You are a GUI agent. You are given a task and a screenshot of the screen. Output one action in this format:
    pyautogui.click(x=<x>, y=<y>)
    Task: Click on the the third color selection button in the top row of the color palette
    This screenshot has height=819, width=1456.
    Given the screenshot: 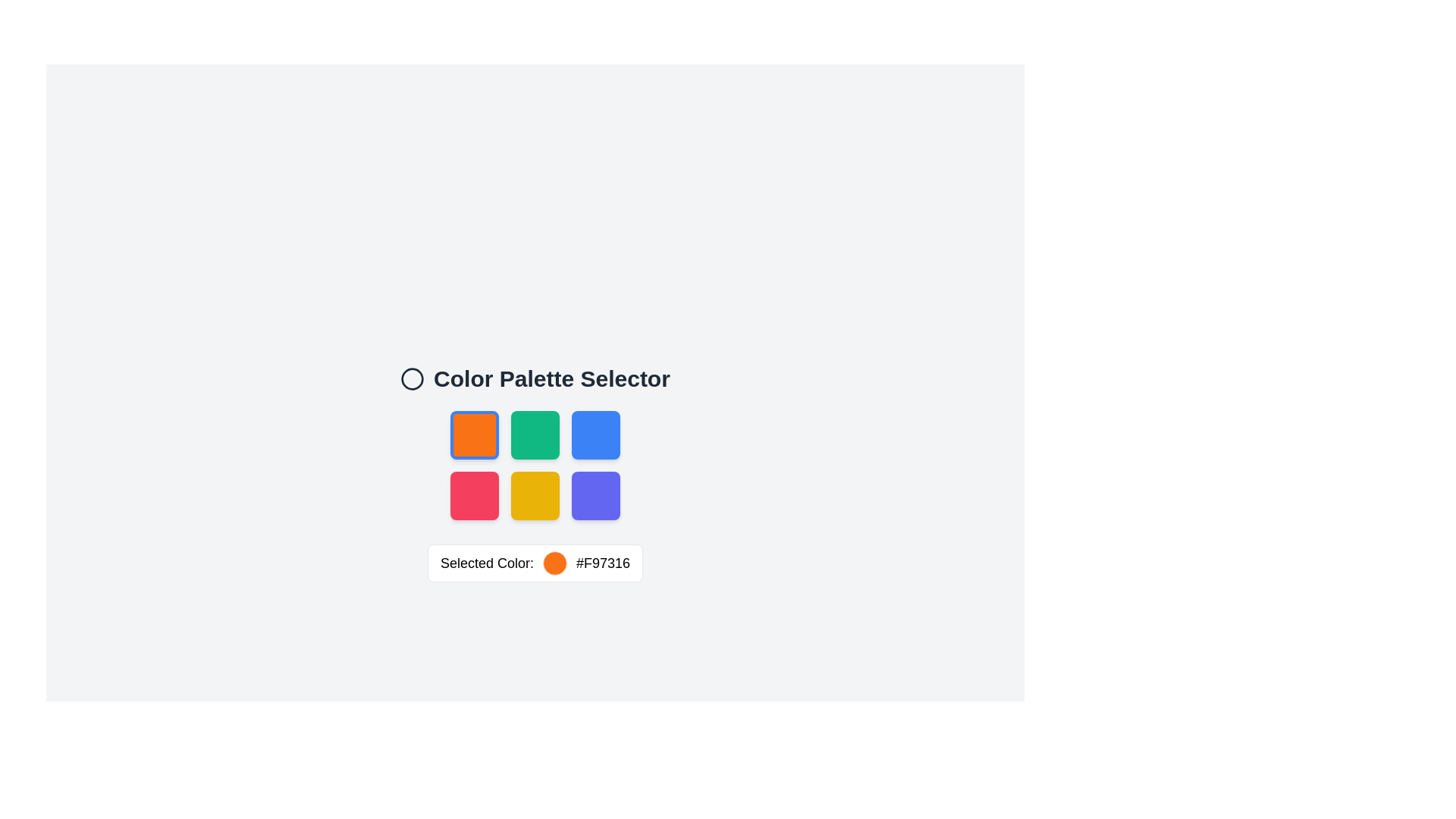 What is the action you would take?
    pyautogui.click(x=595, y=435)
    